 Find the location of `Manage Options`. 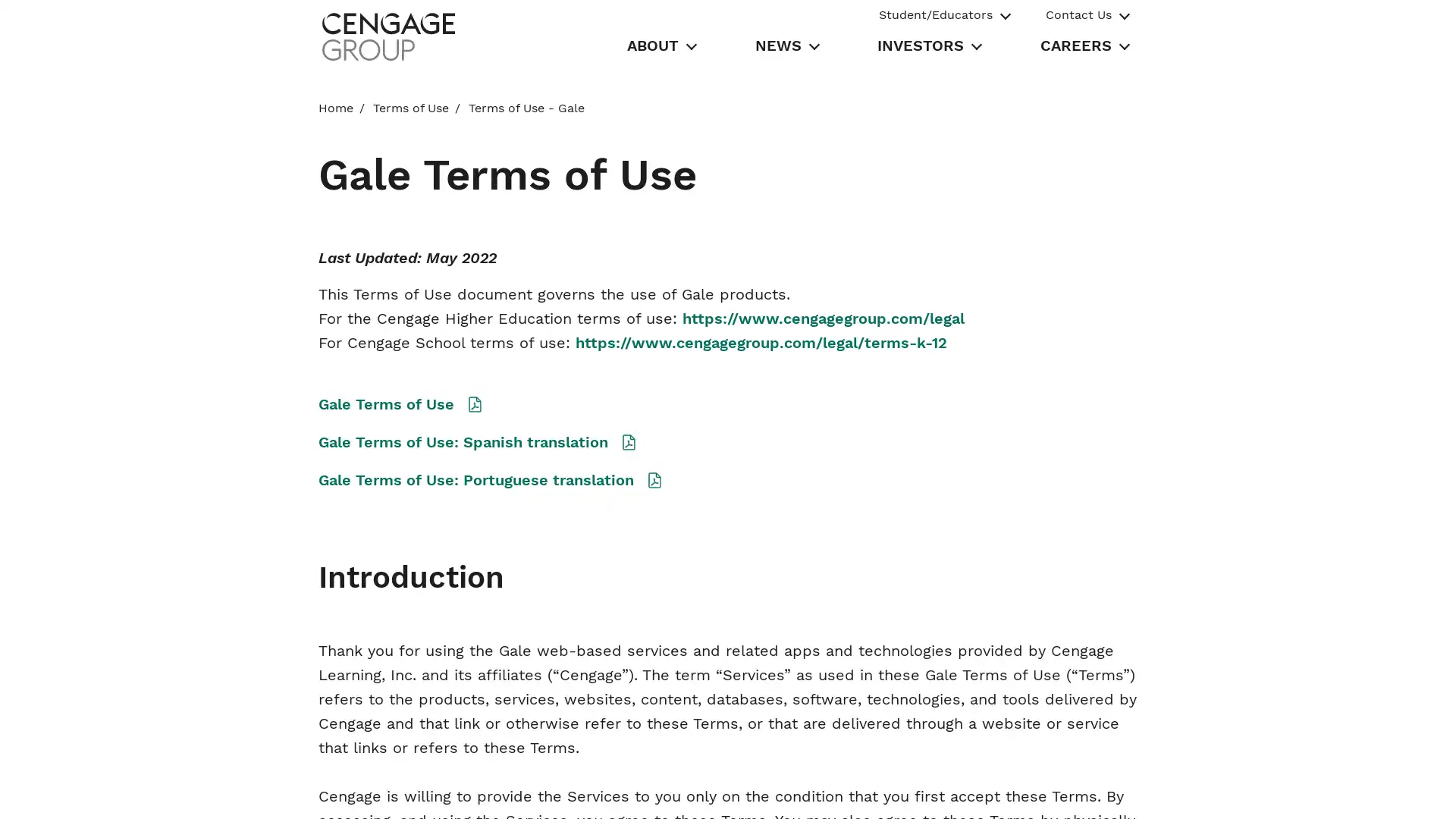

Manage Options is located at coordinates (1060, 789).